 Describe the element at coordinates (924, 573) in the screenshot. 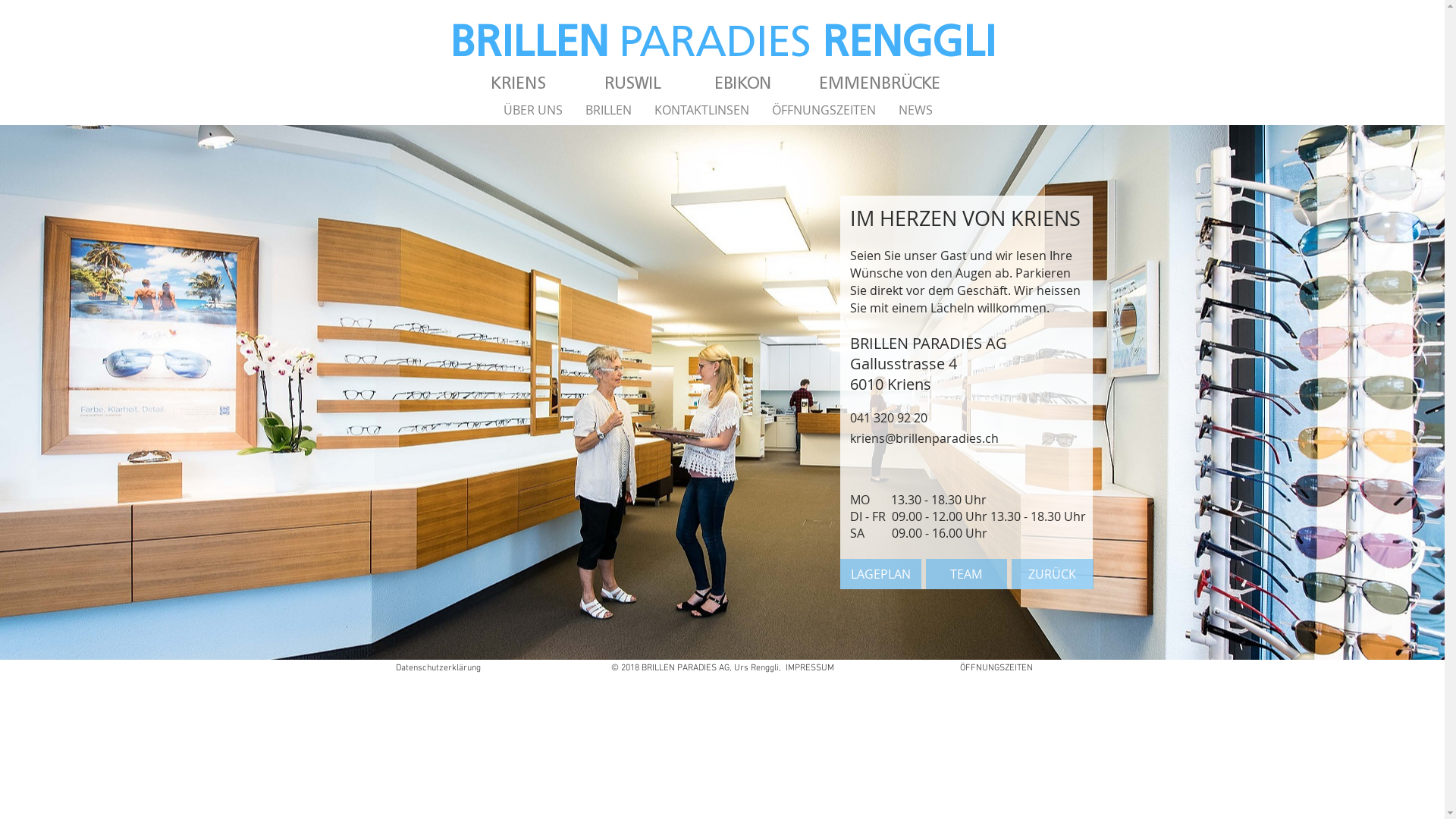

I see `'TEAM'` at that location.